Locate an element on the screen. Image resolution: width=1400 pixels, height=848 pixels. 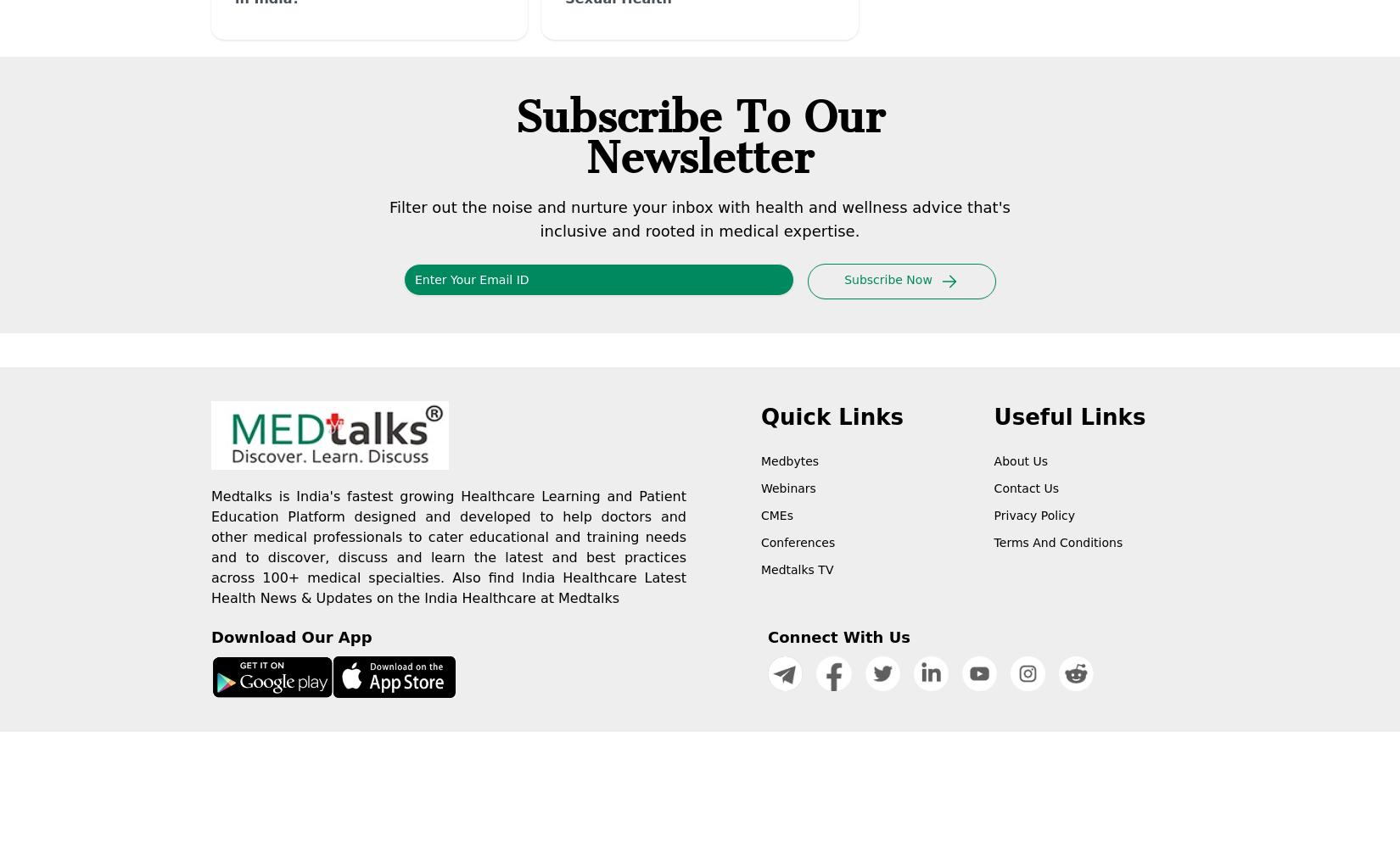
'CMEs' is located at coordinates (759, 514).